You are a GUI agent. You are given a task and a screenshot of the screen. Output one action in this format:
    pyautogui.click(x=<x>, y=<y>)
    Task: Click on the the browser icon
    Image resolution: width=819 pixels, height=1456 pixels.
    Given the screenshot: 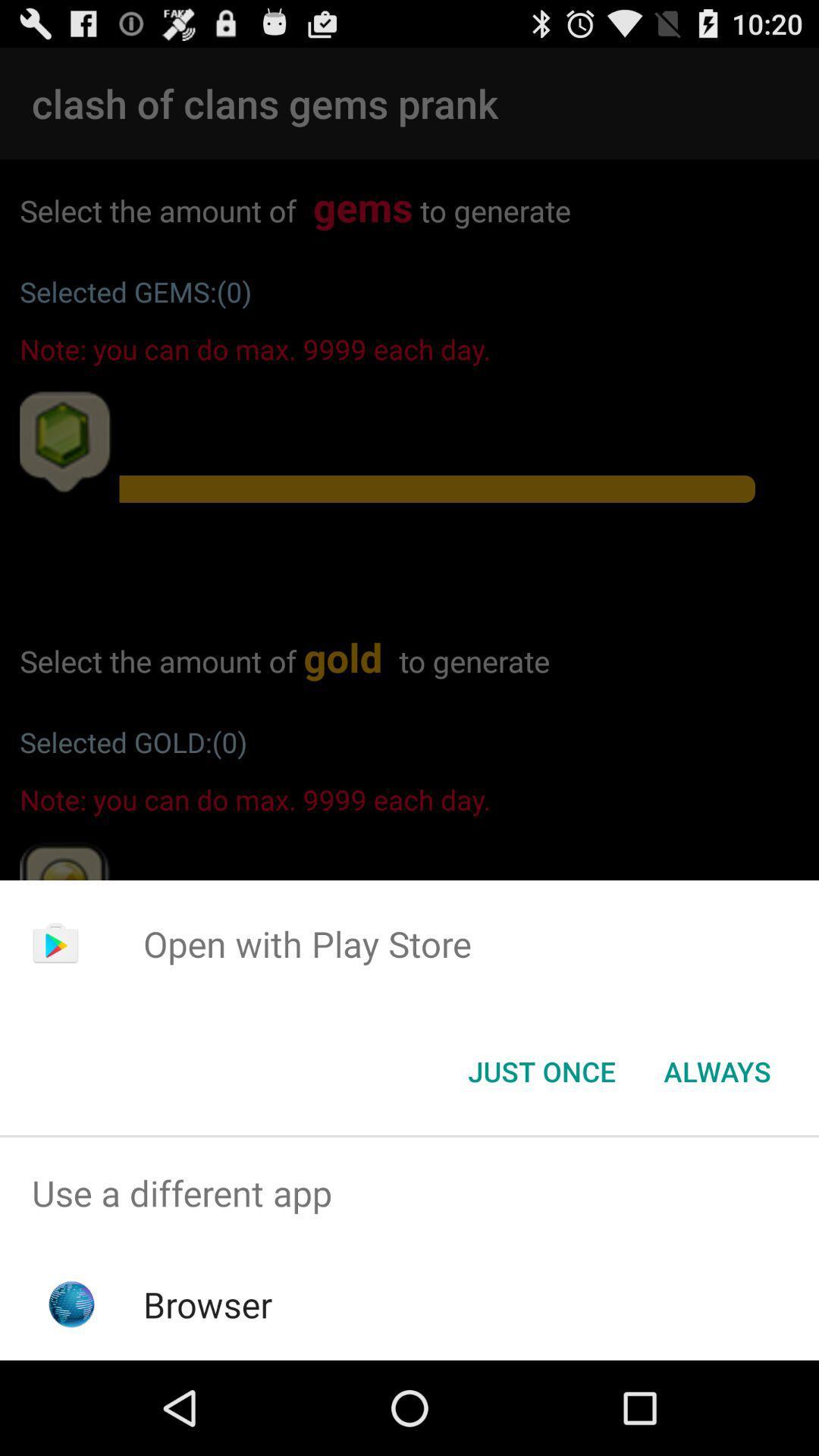 What is the action you would take?
    pyautogui.click(x=208, y=1304)
    